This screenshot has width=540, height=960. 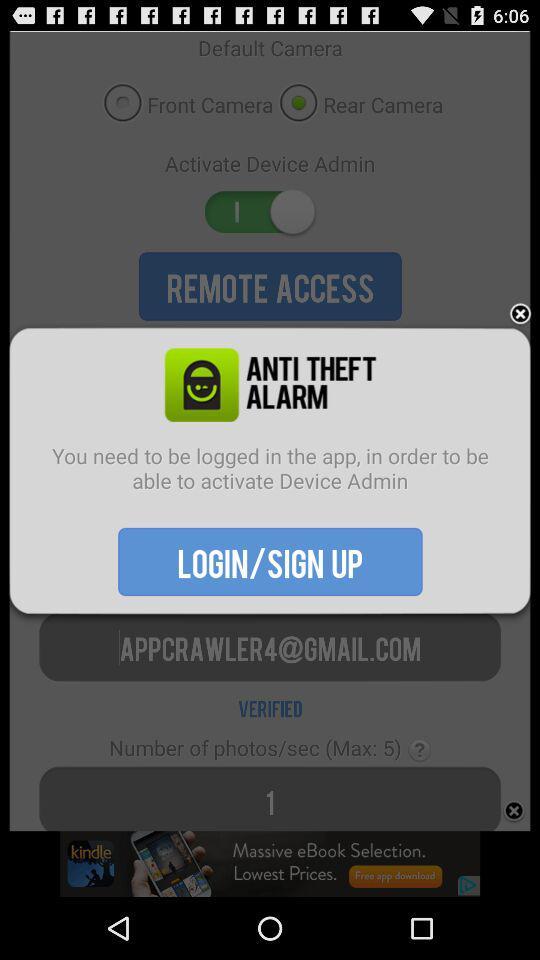 I want to click on the button is used to close the panel, so click(x=520, y=314).